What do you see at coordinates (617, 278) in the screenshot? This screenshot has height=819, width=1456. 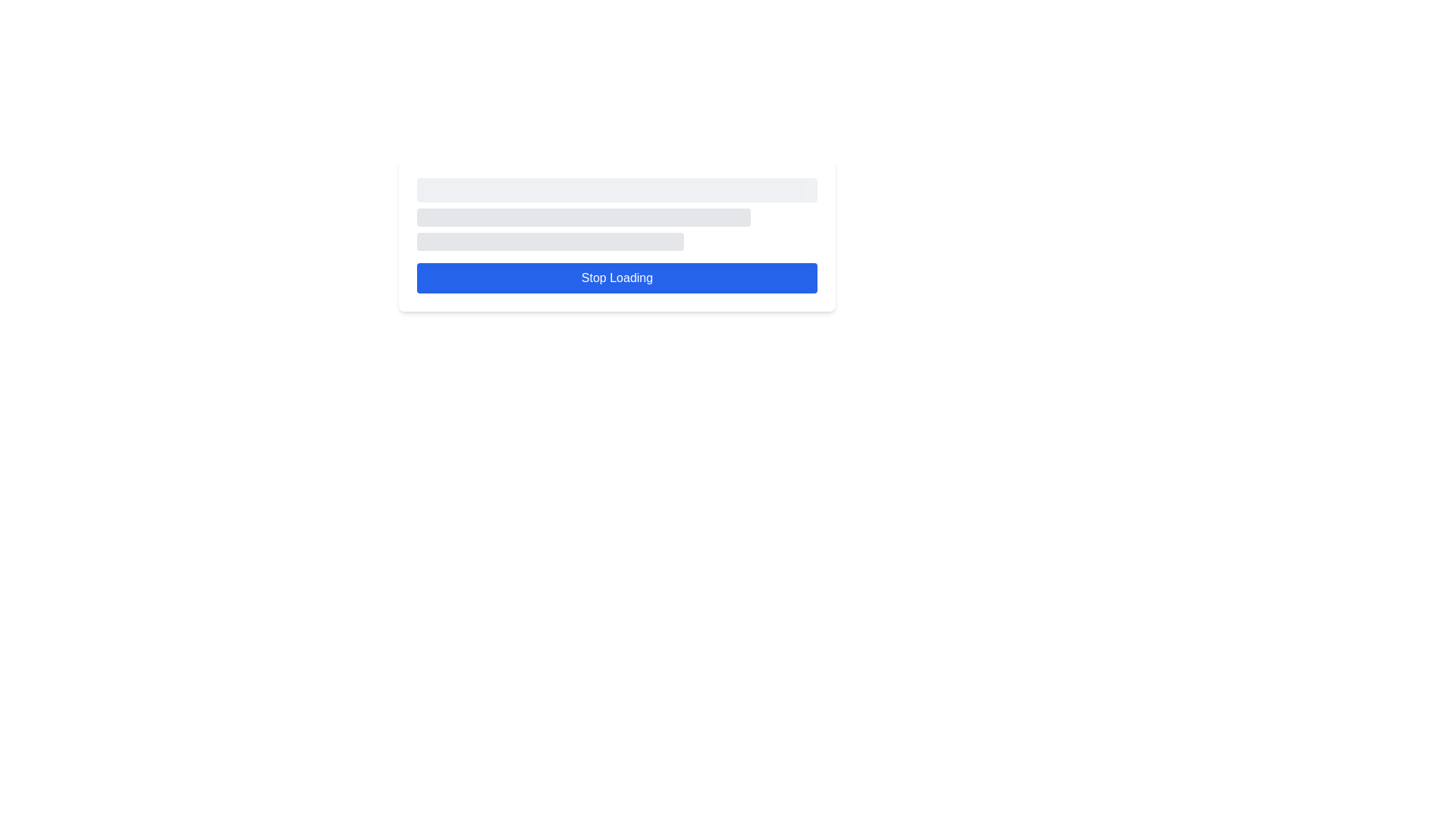 I see `the 'Stop Loading' button` at bounding box center [617, 278].